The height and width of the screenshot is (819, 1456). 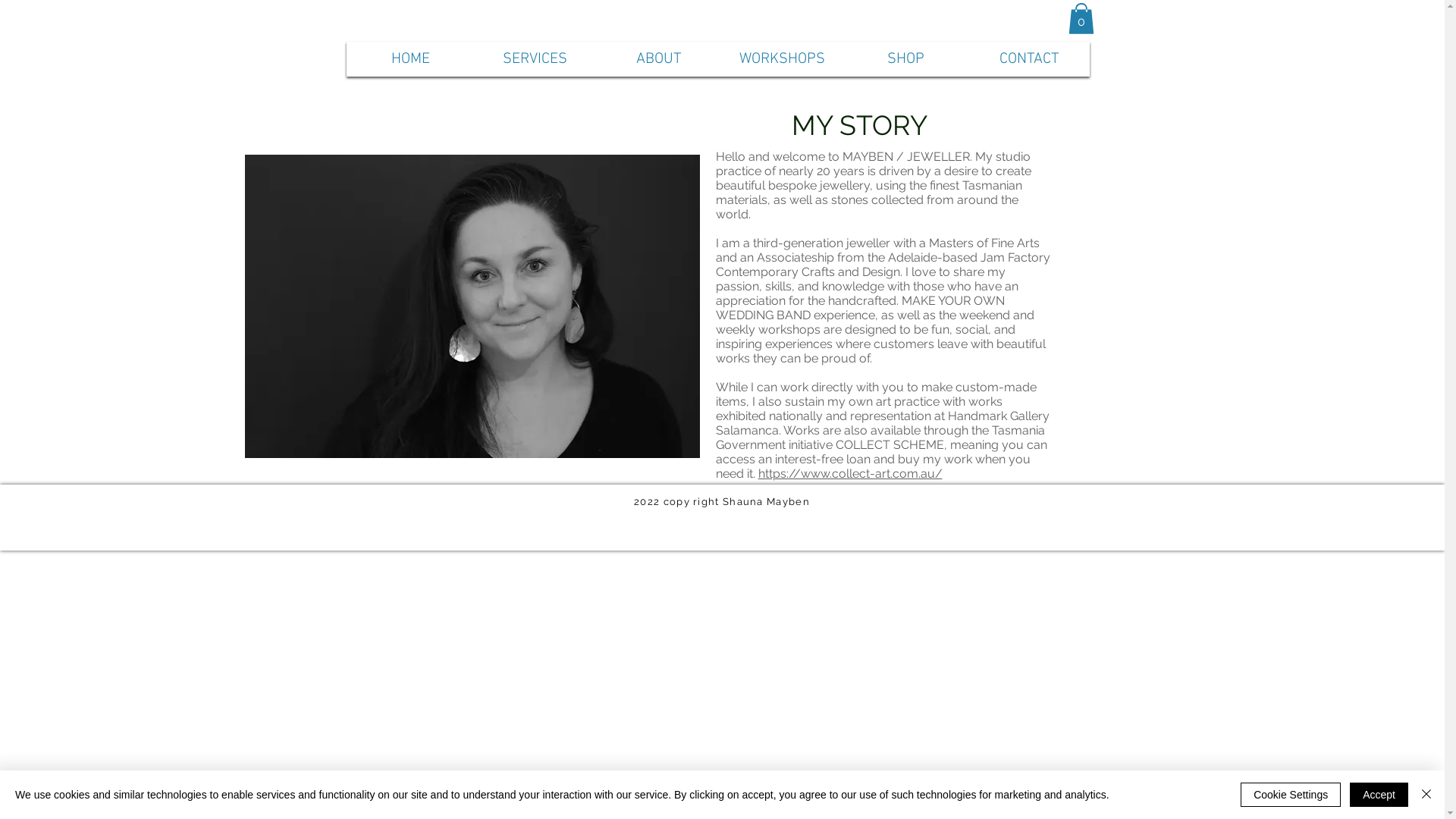 What do you see at coordinates (410, 58) in the screenshot?
I see `'HOME'` at bounding box center [410, 58].